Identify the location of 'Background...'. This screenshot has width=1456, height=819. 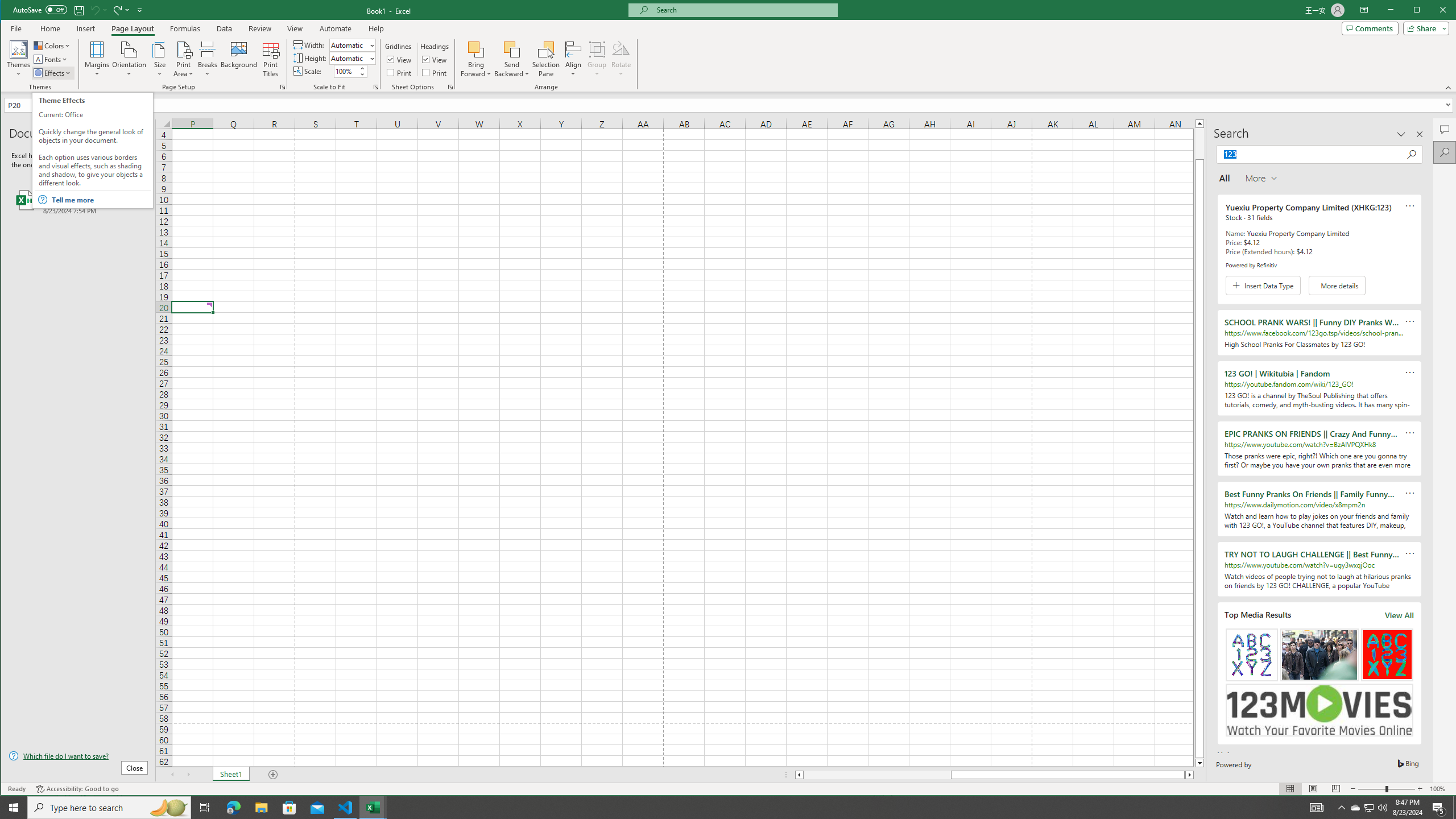
(239, 59).